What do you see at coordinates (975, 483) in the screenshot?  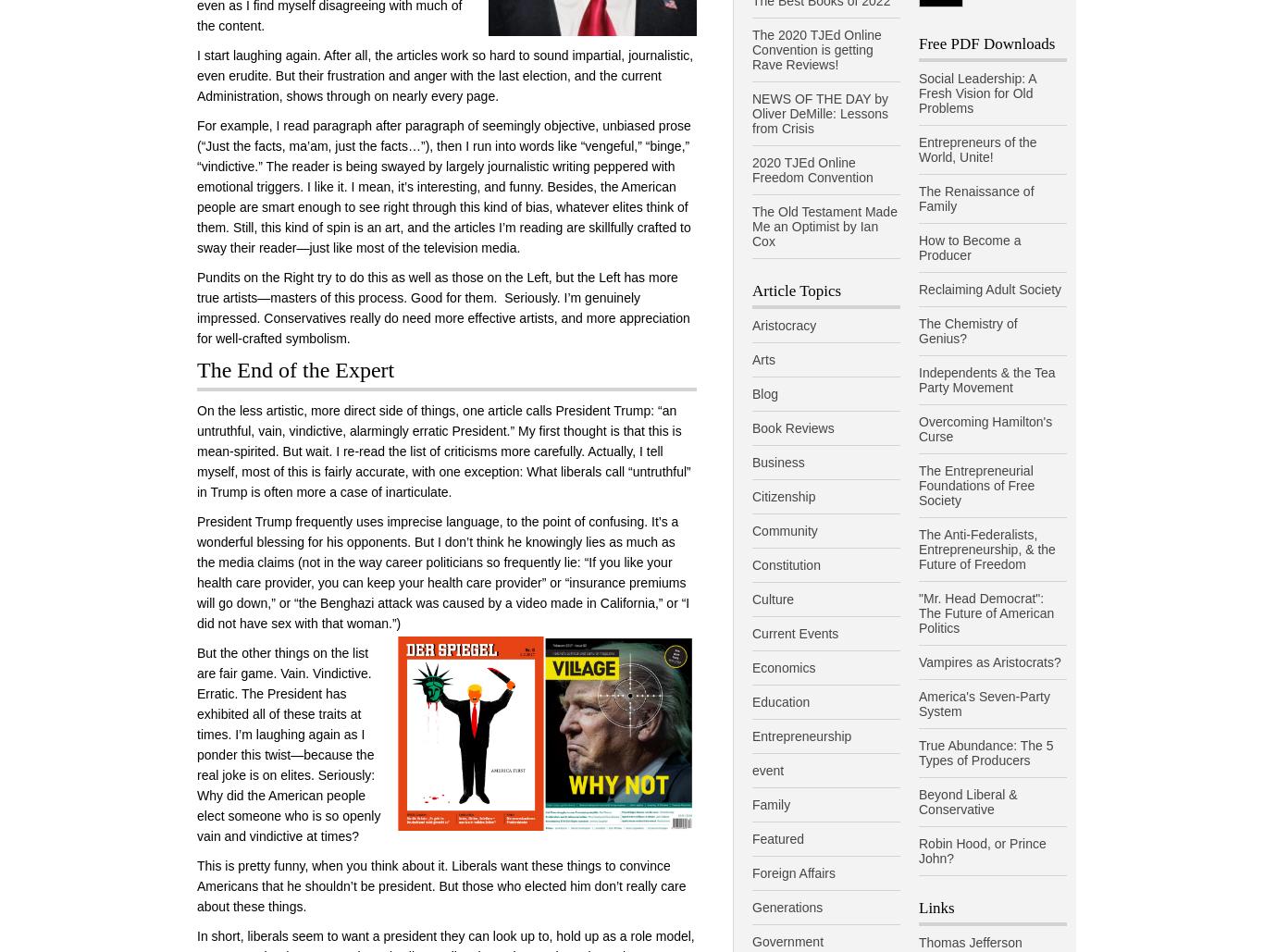 I see `'The Entrepreneurial Foundations of Free Society'` at bounding box center [975, 483].